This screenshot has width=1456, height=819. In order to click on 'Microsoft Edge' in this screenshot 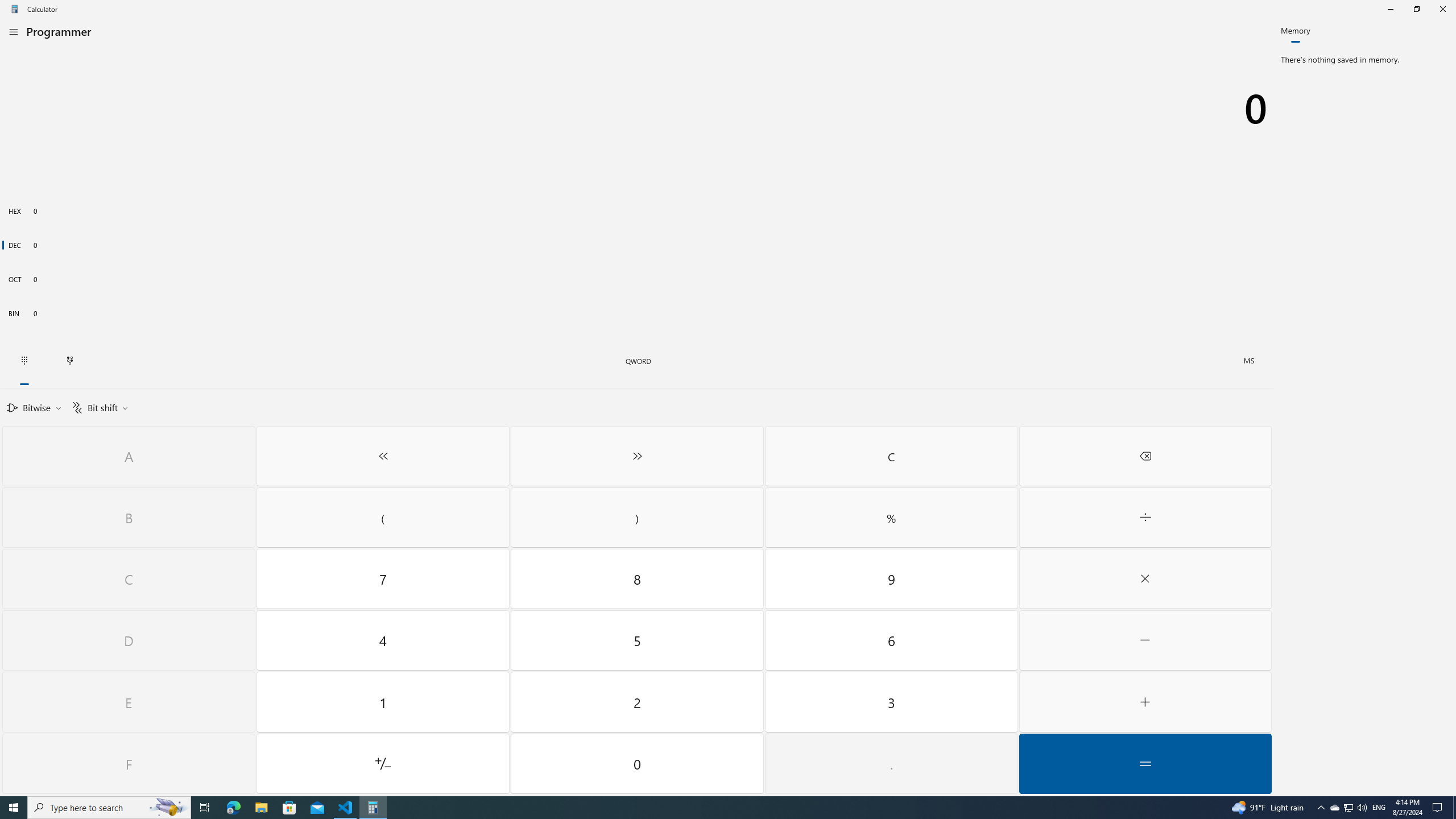, I will do `click(233, 806)`.